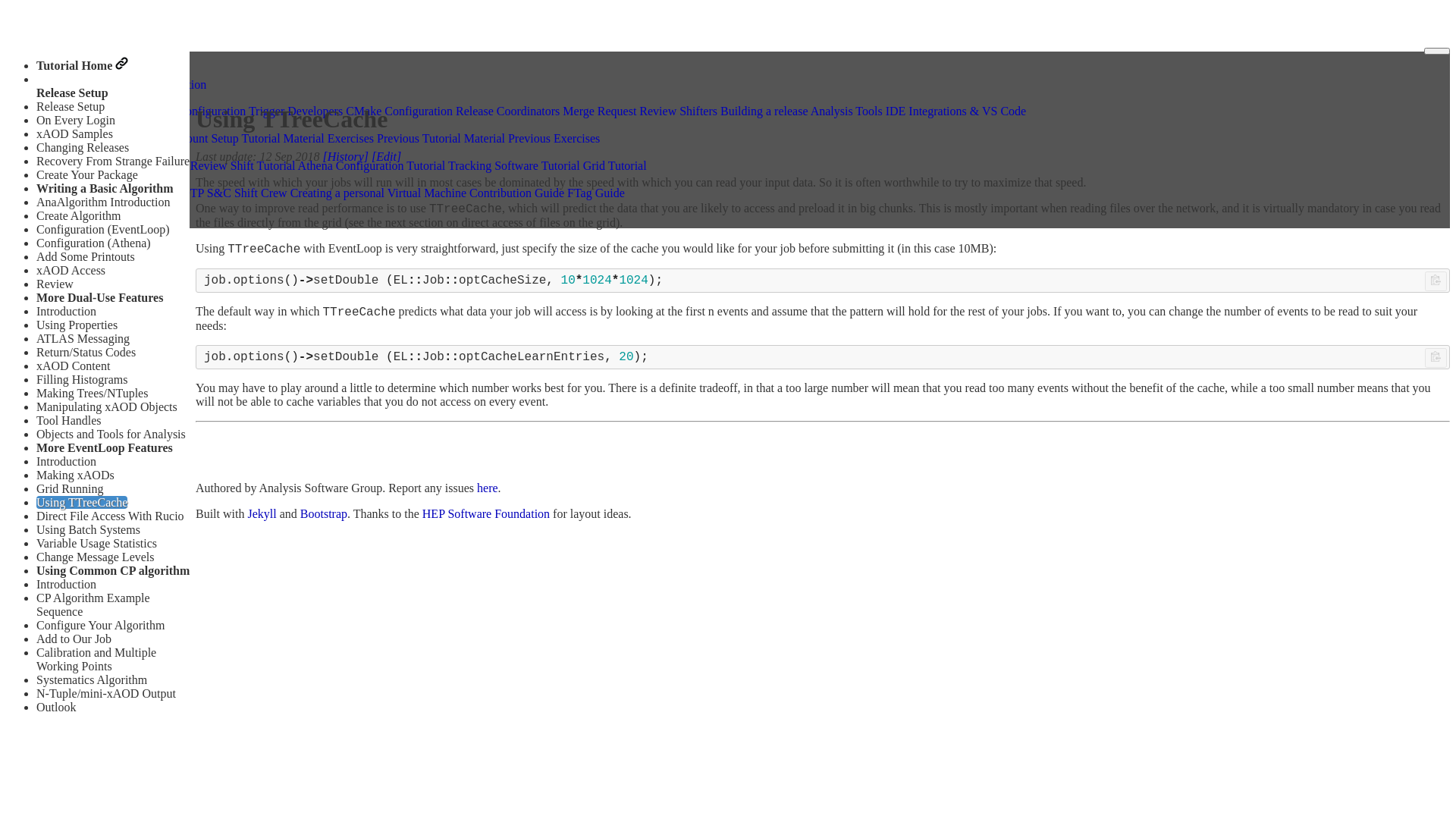  What do you see at coordinates (562, 110) in the screenshot?
I see `'Merge Request Review Shifters'` at bounding box center [562, 110].